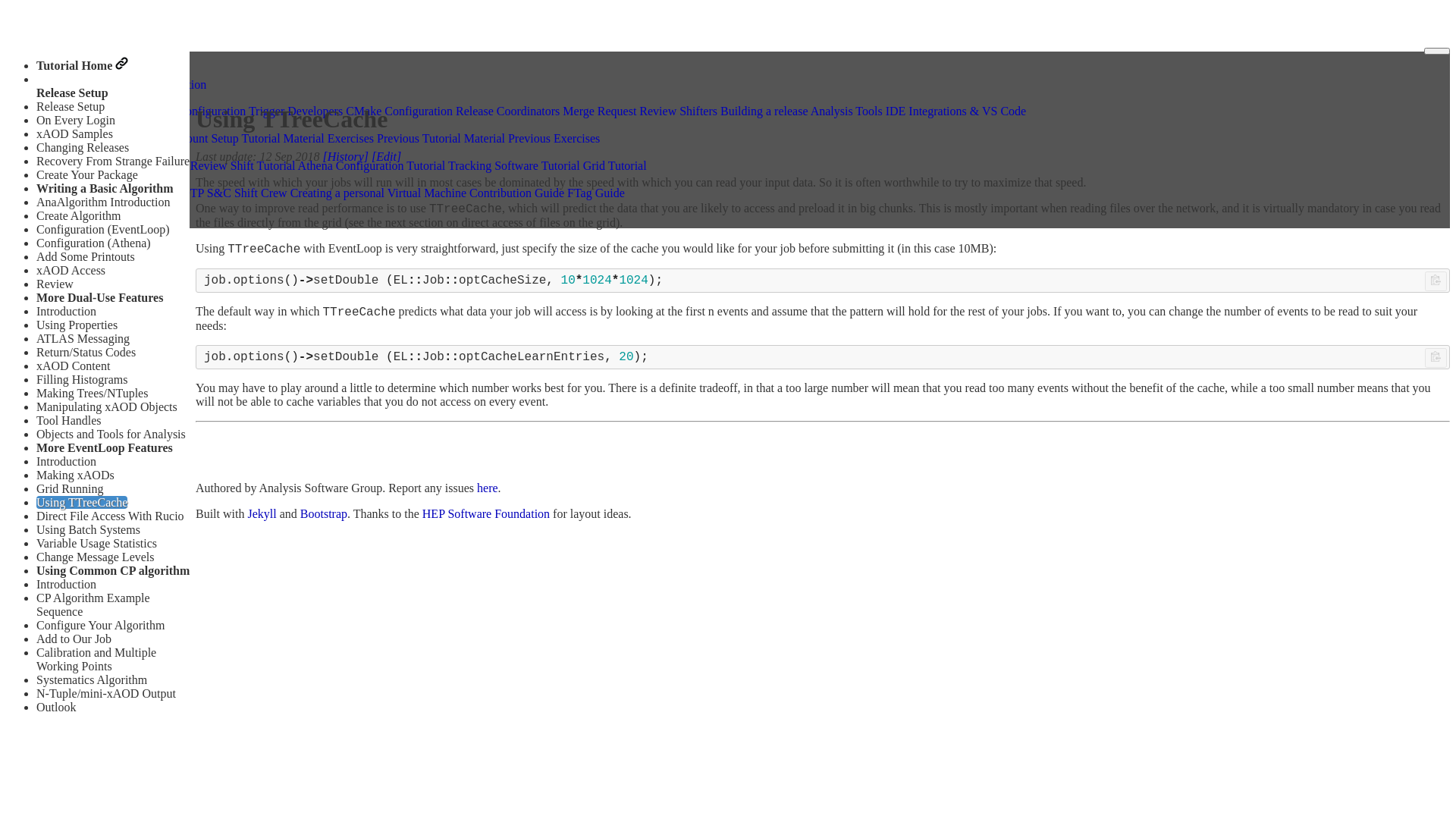  What do you see at coordinates (562, 110) in the screenshot?
I see `'Merge Request Review Shifters'` at bounding box center [562, 110].